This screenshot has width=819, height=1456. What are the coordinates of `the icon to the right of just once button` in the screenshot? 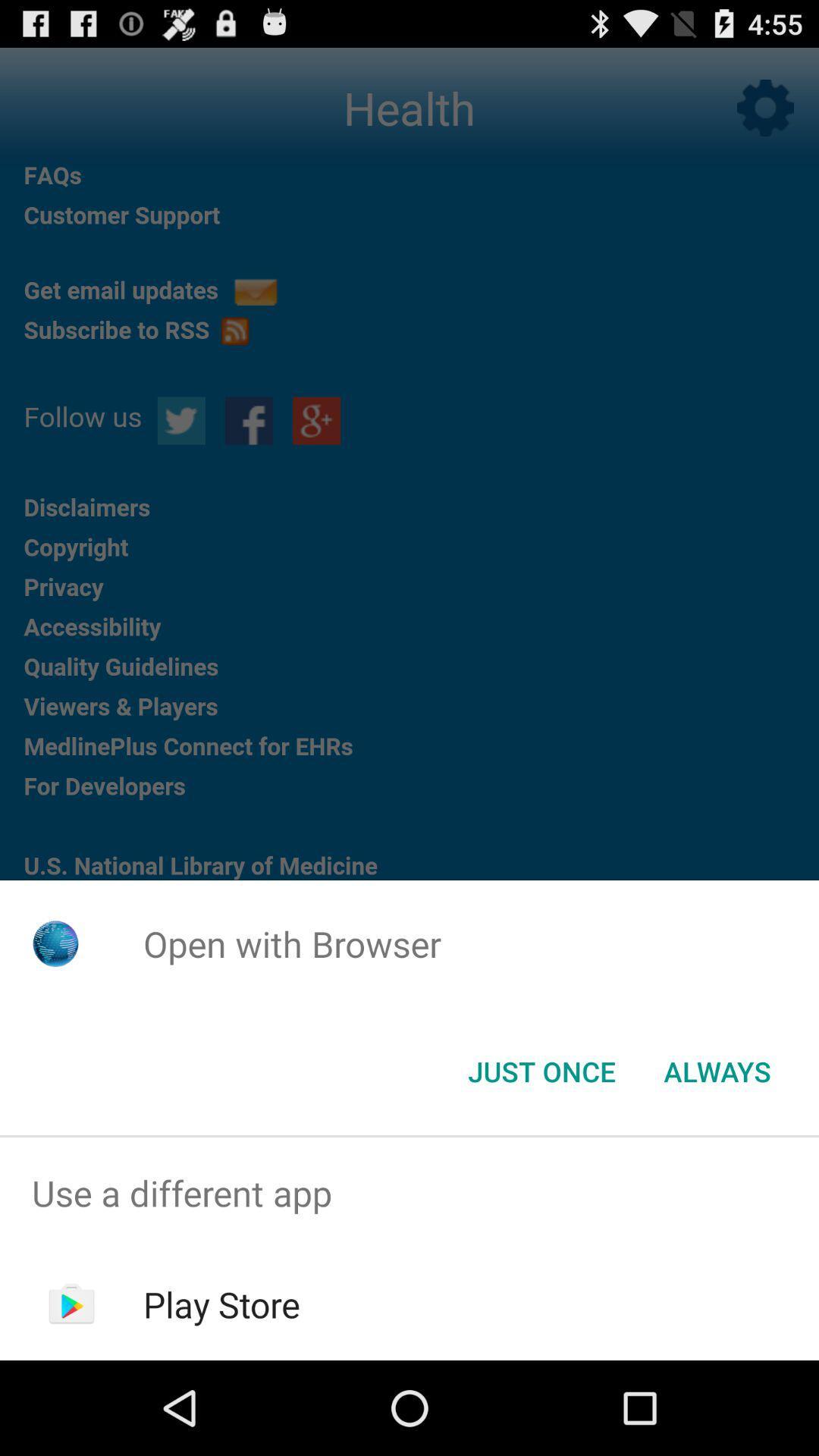 It's located at (717, 1070).